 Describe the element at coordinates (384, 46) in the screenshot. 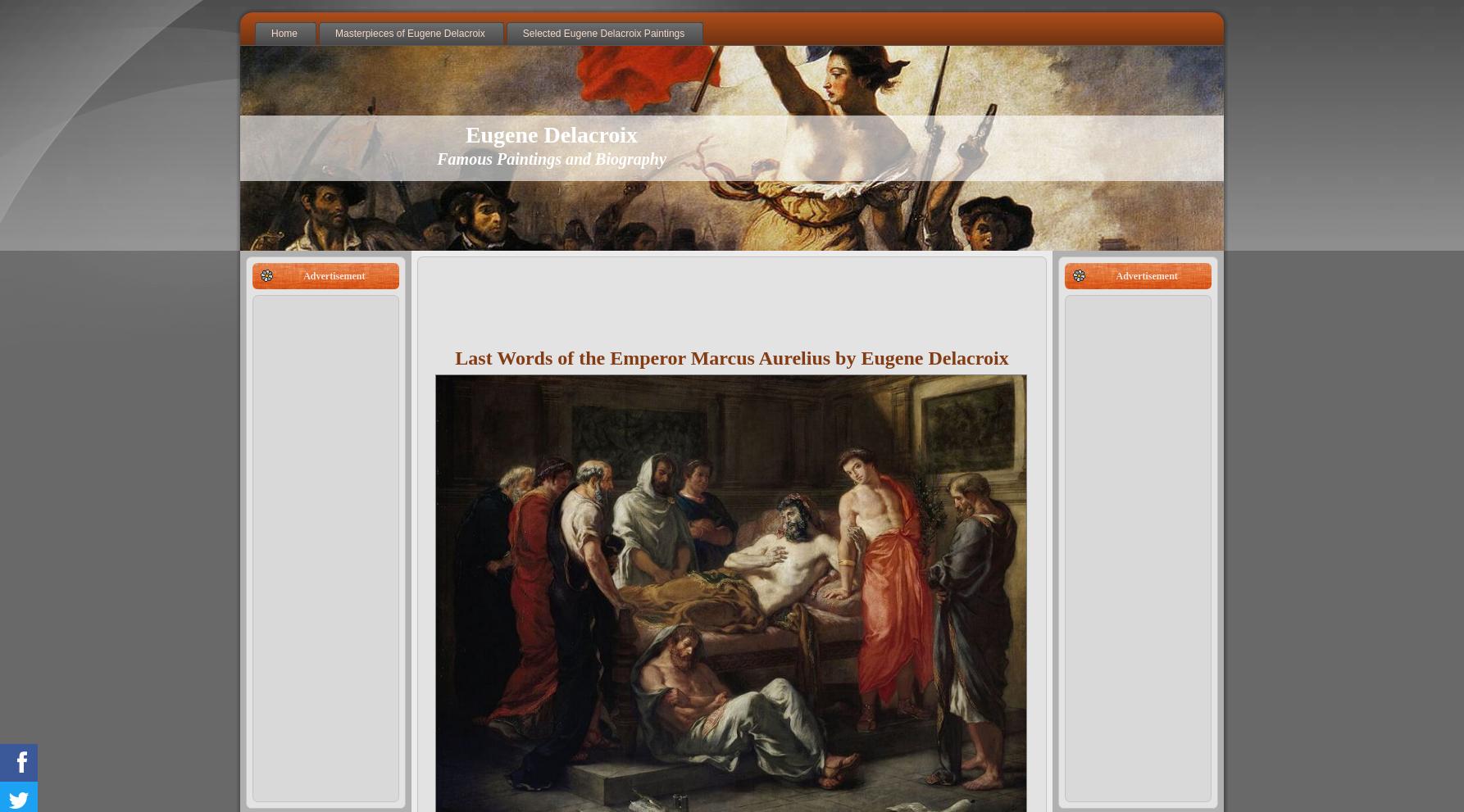

I see `'The Death of Sardanapalus'` at that location.